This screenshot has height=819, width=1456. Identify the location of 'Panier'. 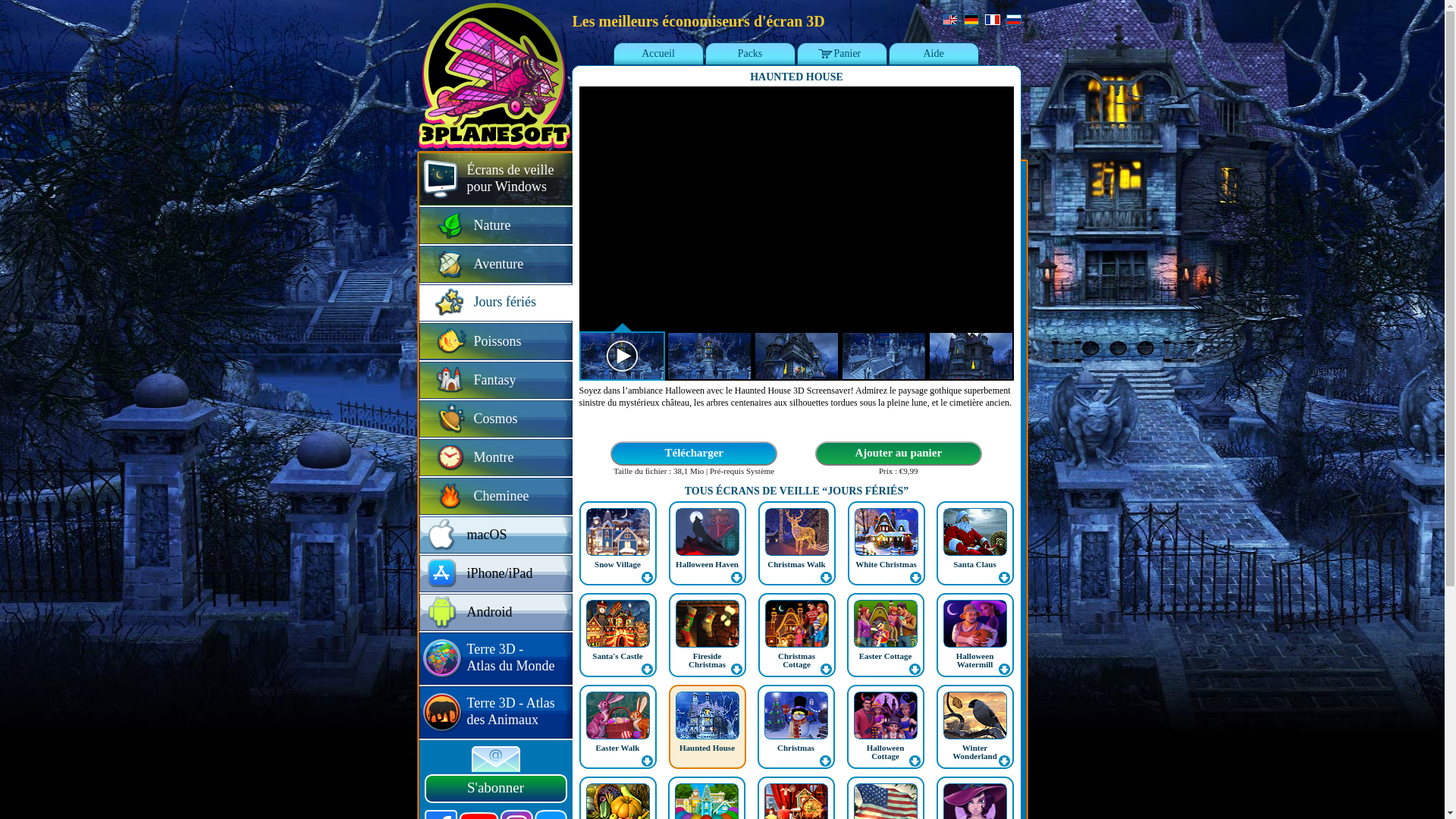
(841, 54).